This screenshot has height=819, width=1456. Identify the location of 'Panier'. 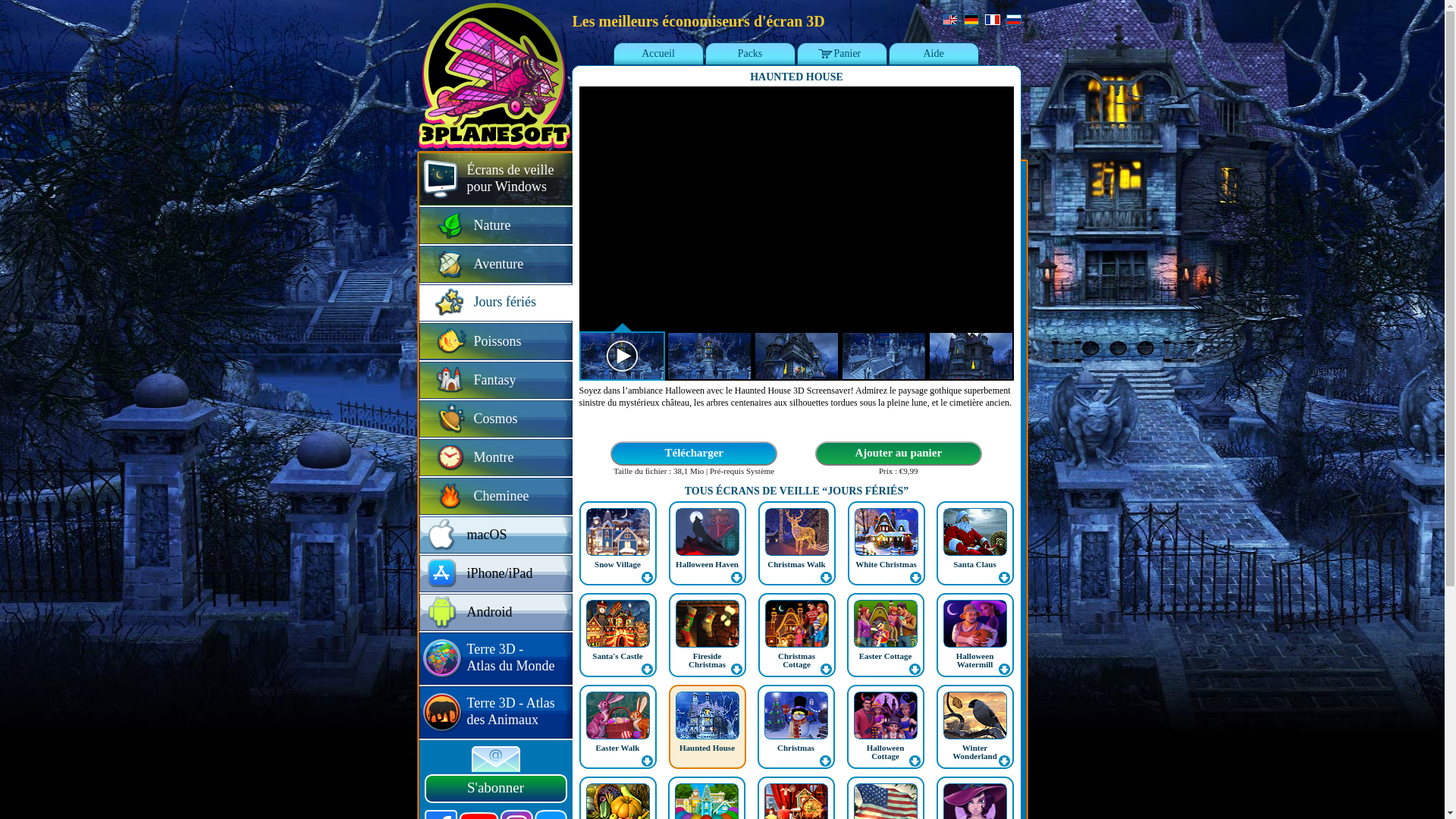
(841, 54).